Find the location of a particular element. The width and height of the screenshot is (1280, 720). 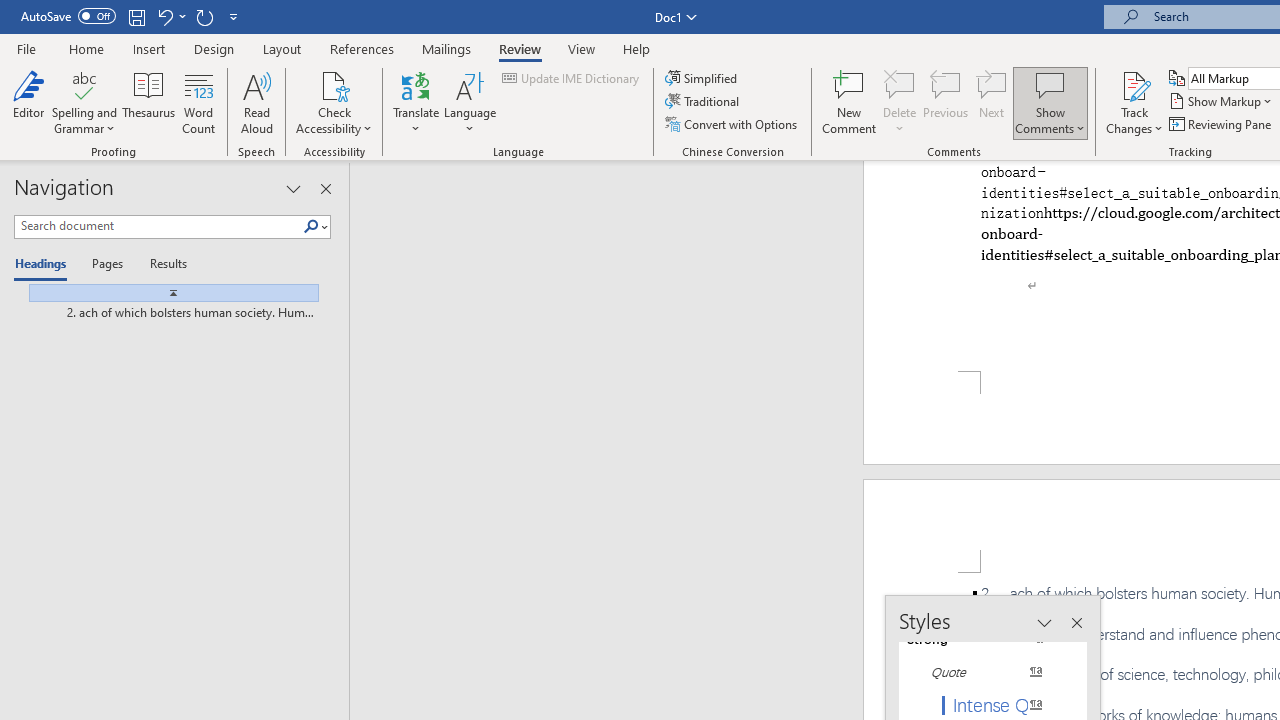

'Delete' is located at coordinates (899, 103).